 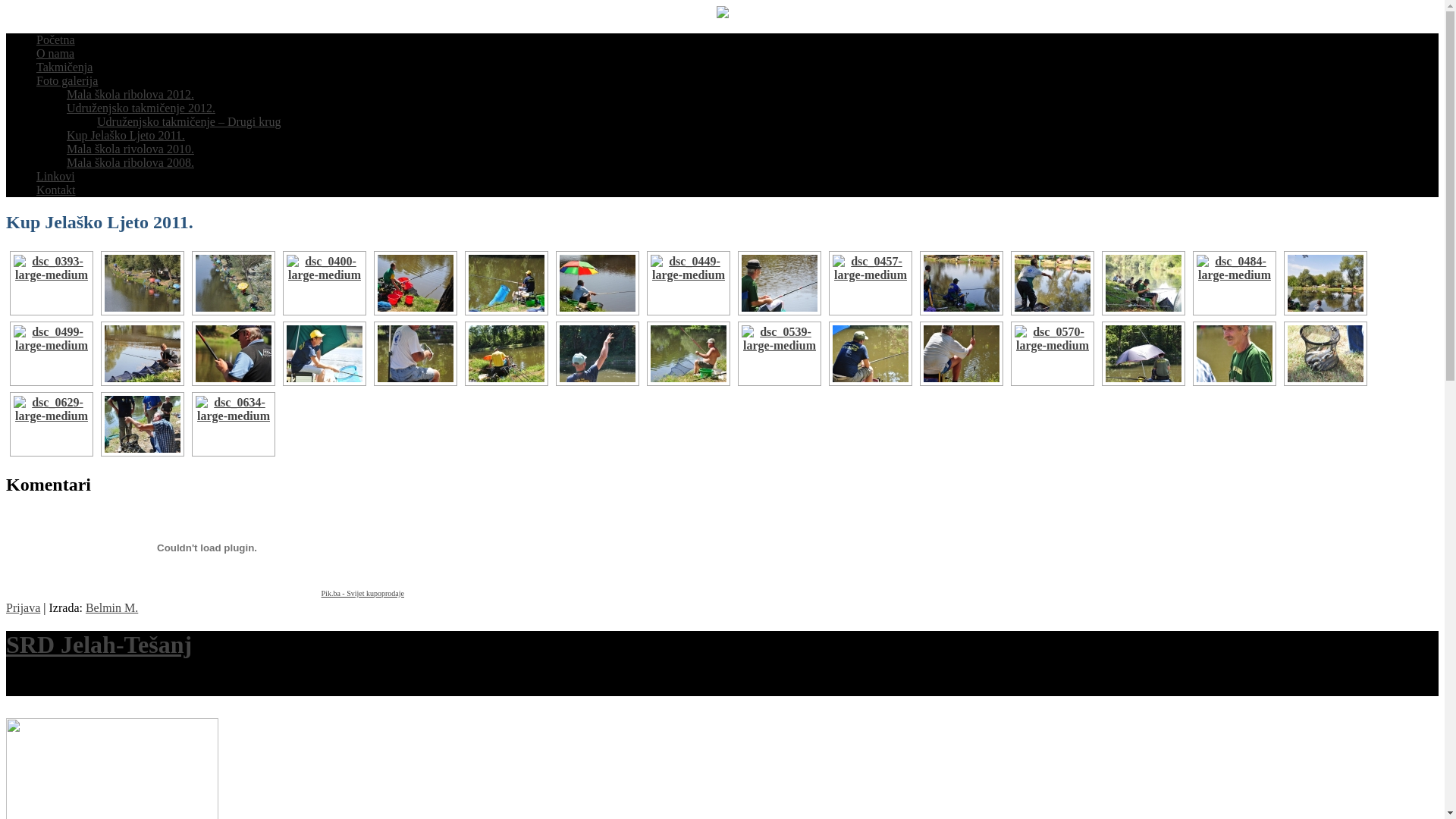 I want to click on 'dsc_0449-large-medium', so click(x=687, y=283).